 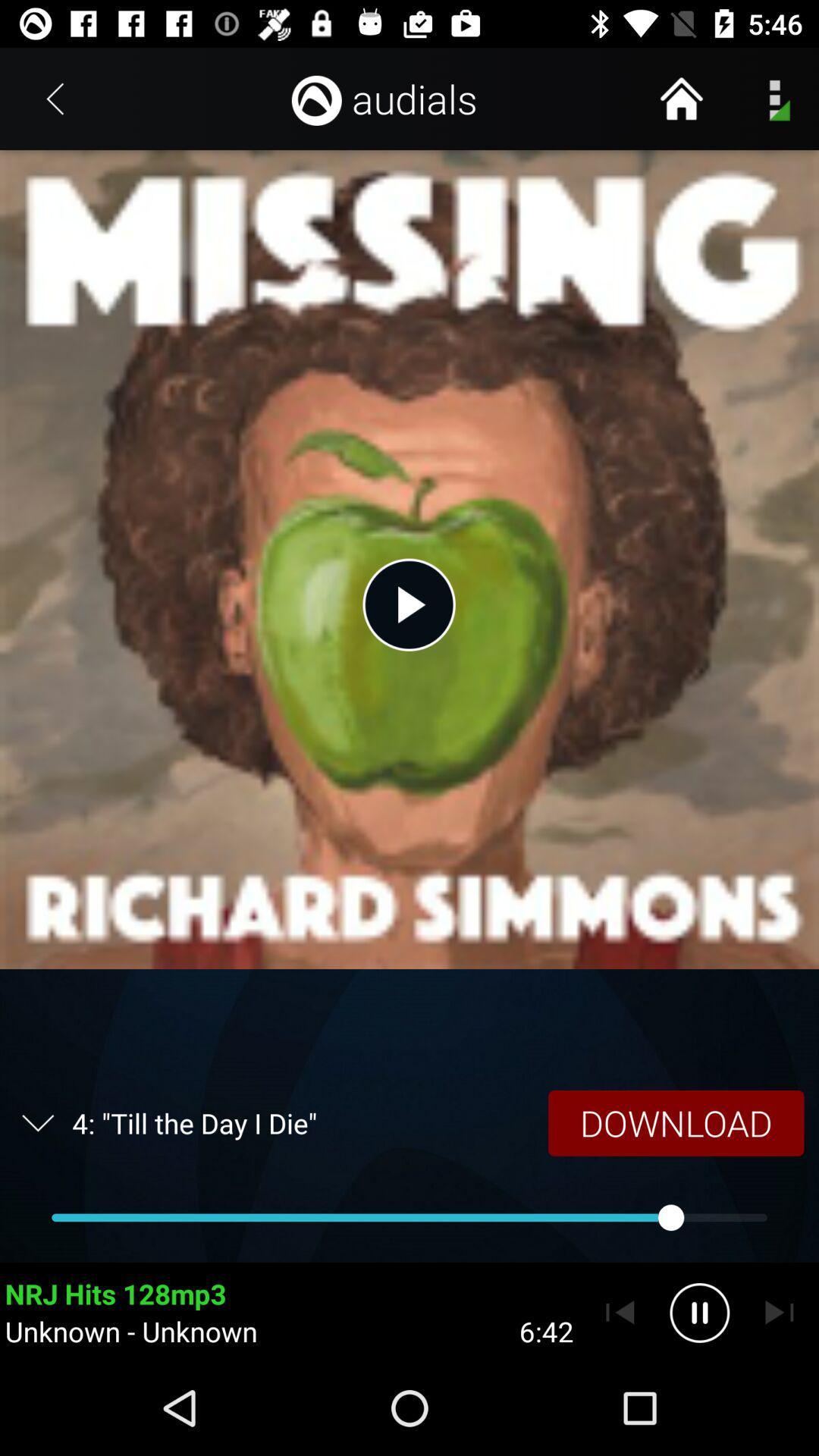 What do you see at coordinates (680, 98) in the screenshot?
I see `go home` at bounding box center [680, 98].